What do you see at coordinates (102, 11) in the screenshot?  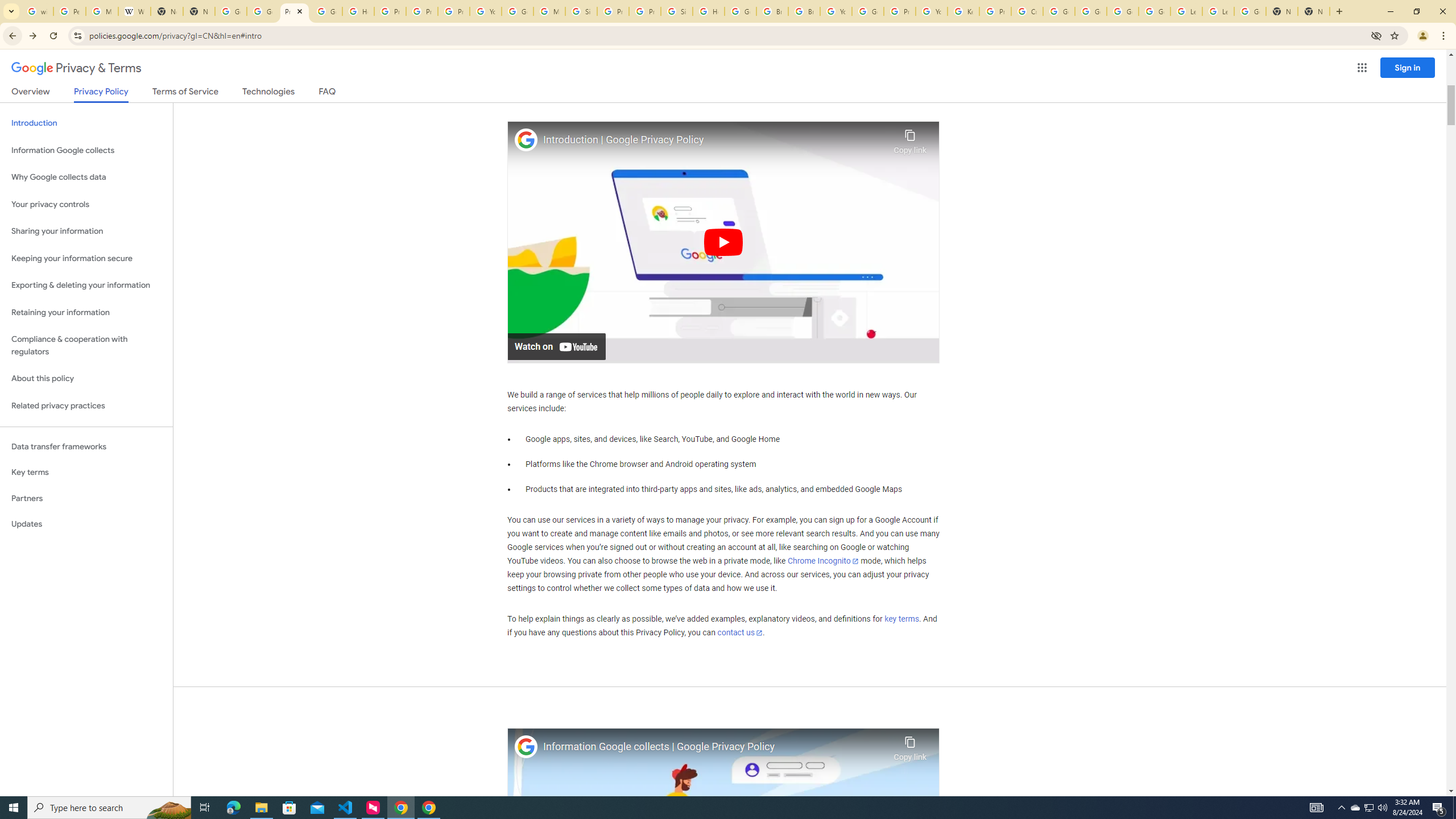 I see `'Manage your Location History - Google Search Help'` at bounding box center [102, 11].